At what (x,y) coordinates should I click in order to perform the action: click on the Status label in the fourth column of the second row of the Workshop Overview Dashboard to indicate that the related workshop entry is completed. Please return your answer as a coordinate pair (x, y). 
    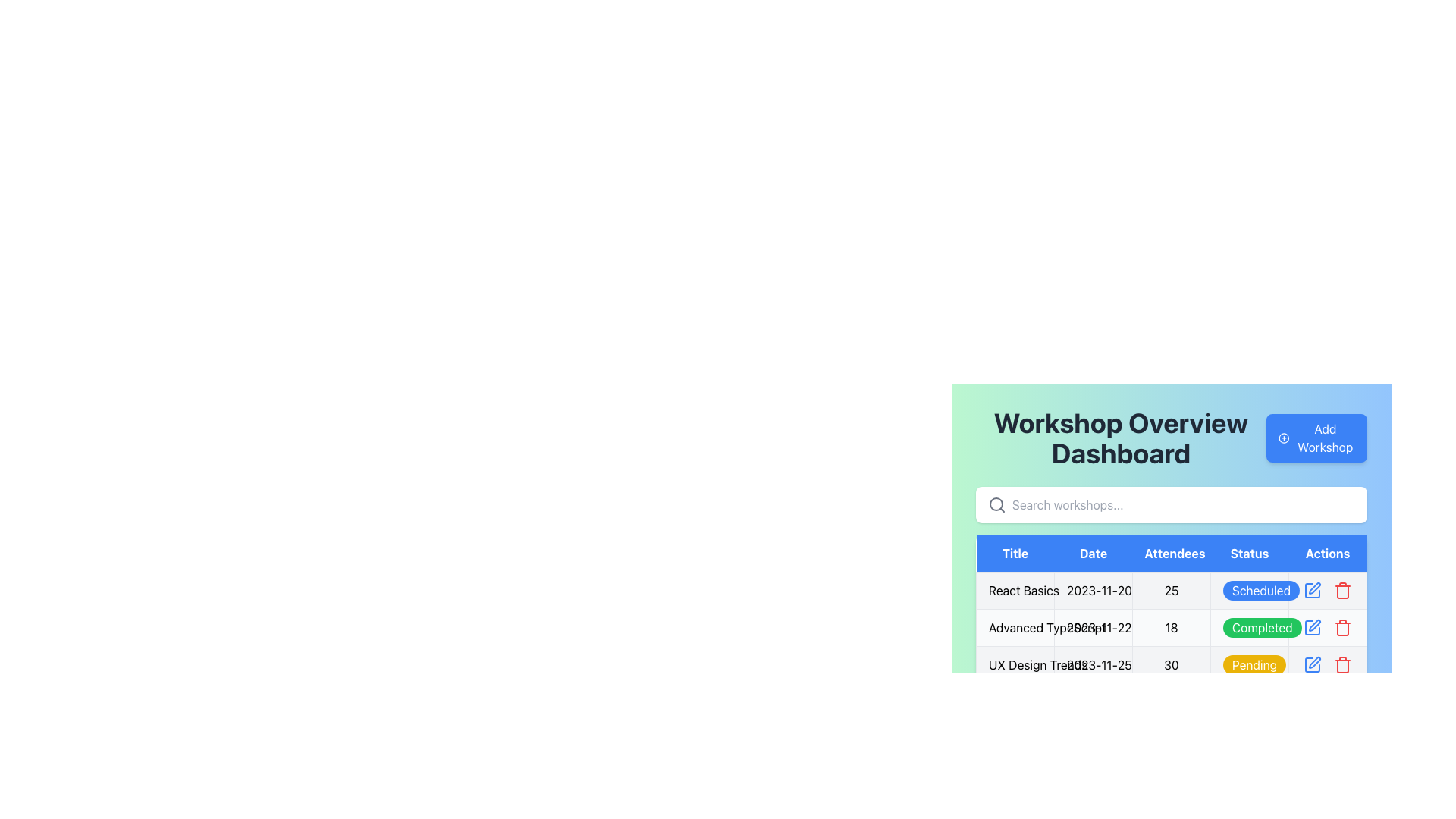
    Looking at the image, I should click on (1262, 628).